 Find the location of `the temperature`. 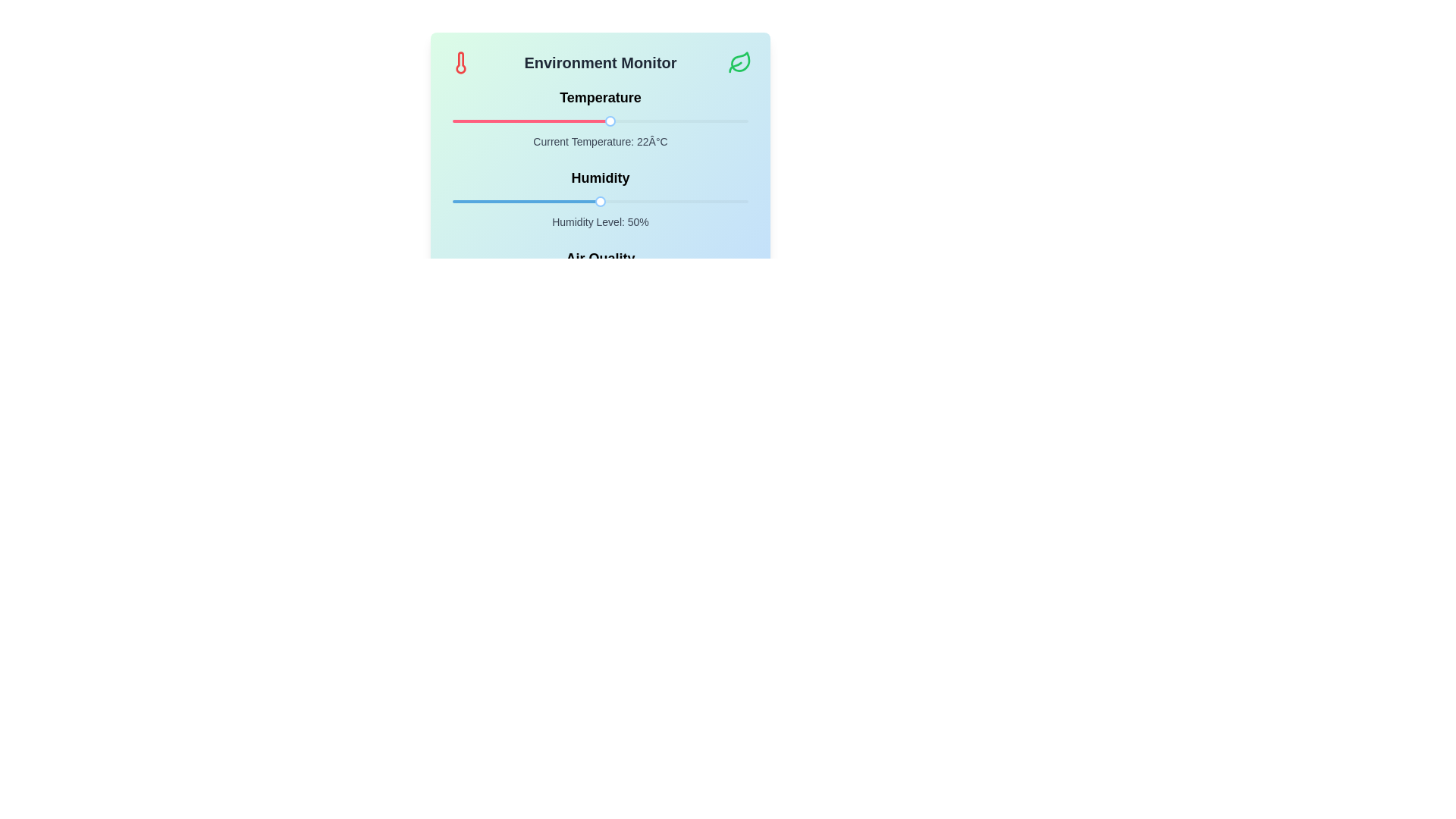

the temperature is located at coordinates (466, 120).